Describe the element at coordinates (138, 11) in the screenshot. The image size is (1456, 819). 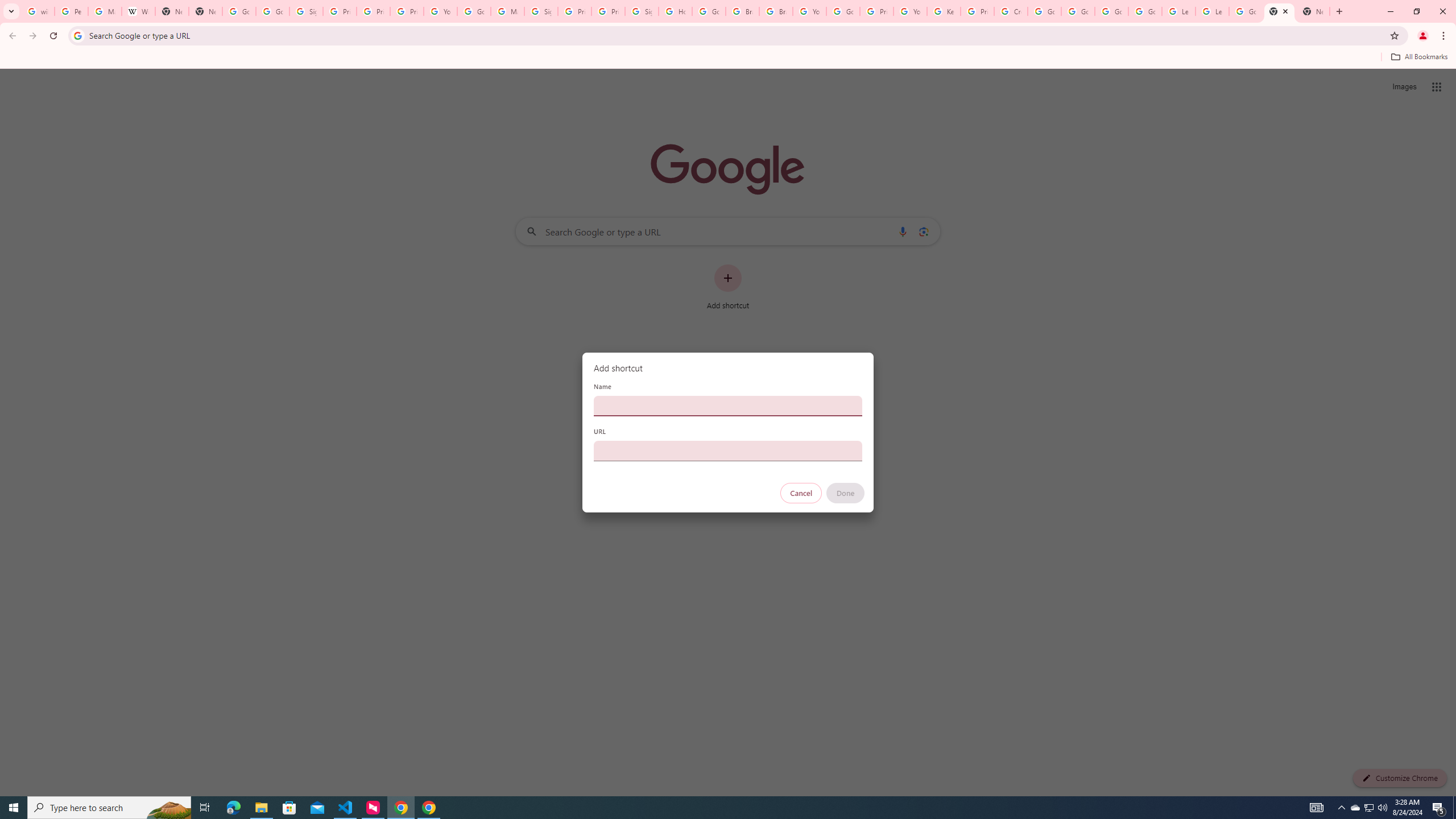
I see `'Wikipedia:Edit requests - Wikipedia'` at that location.